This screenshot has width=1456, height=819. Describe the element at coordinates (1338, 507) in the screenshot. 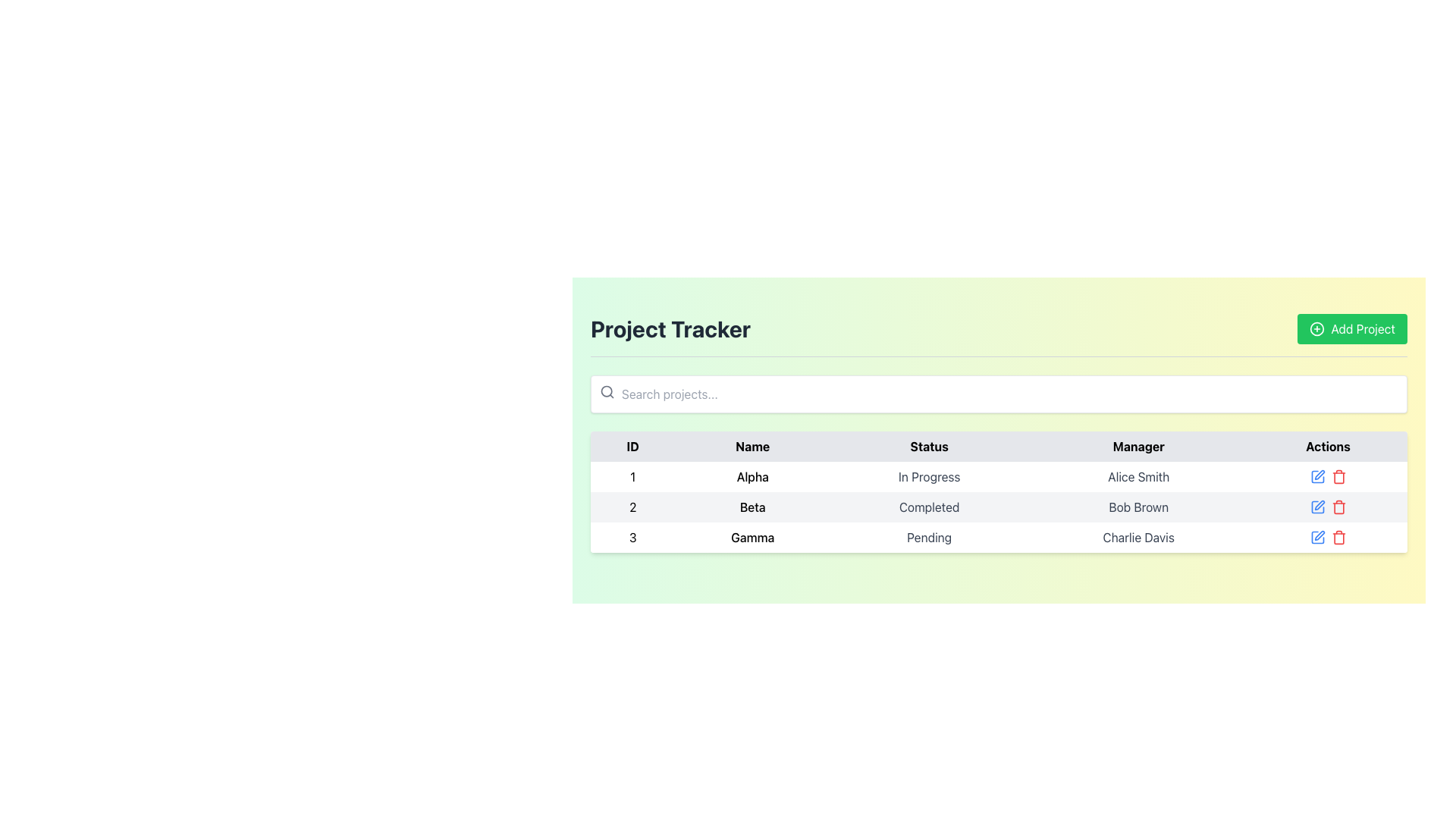

I see `the red-colored trash can icon button in the 'Actions' column of the second row` at that location.